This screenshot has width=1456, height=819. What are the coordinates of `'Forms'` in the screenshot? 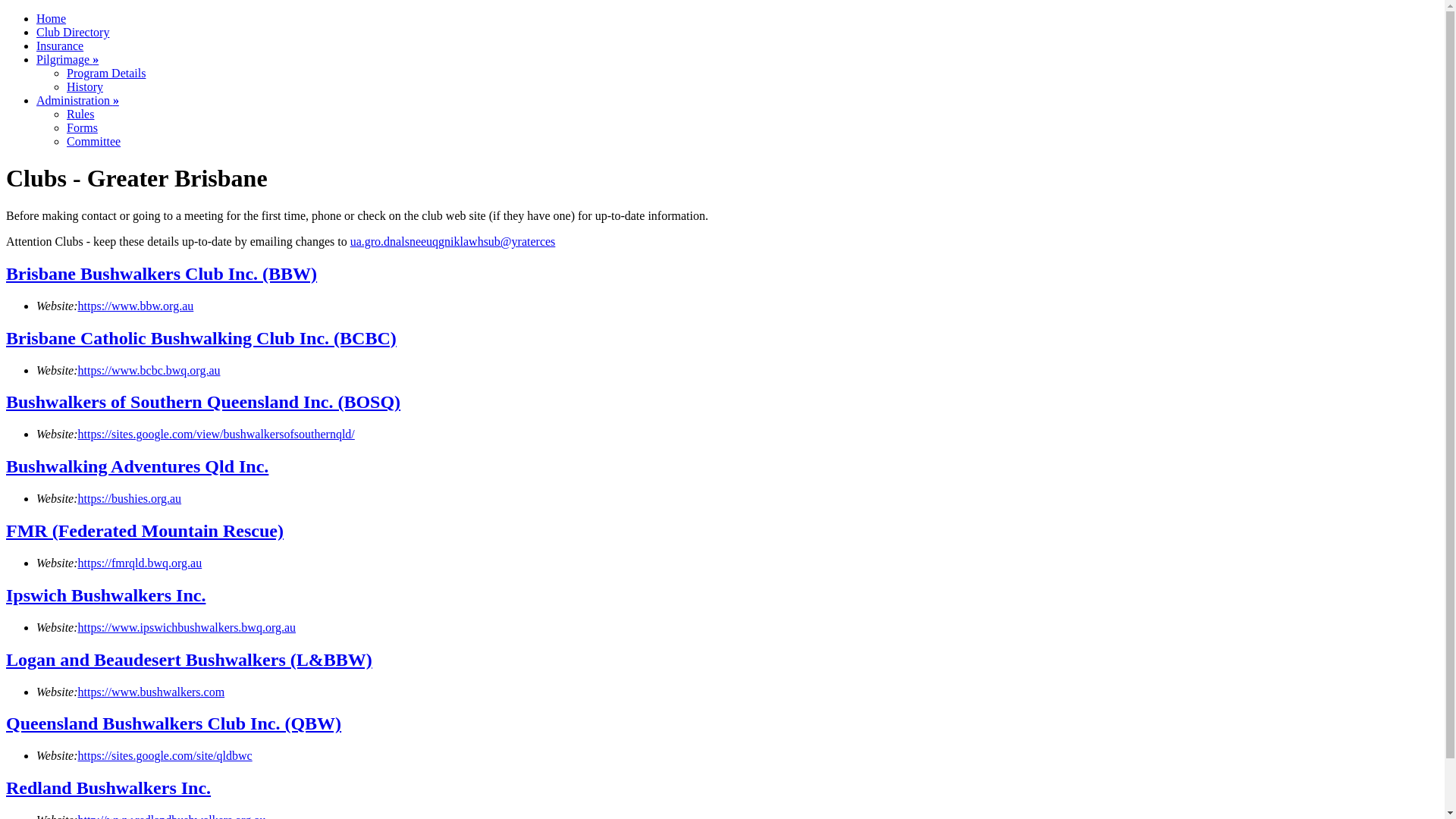 It's located at (81, 127).